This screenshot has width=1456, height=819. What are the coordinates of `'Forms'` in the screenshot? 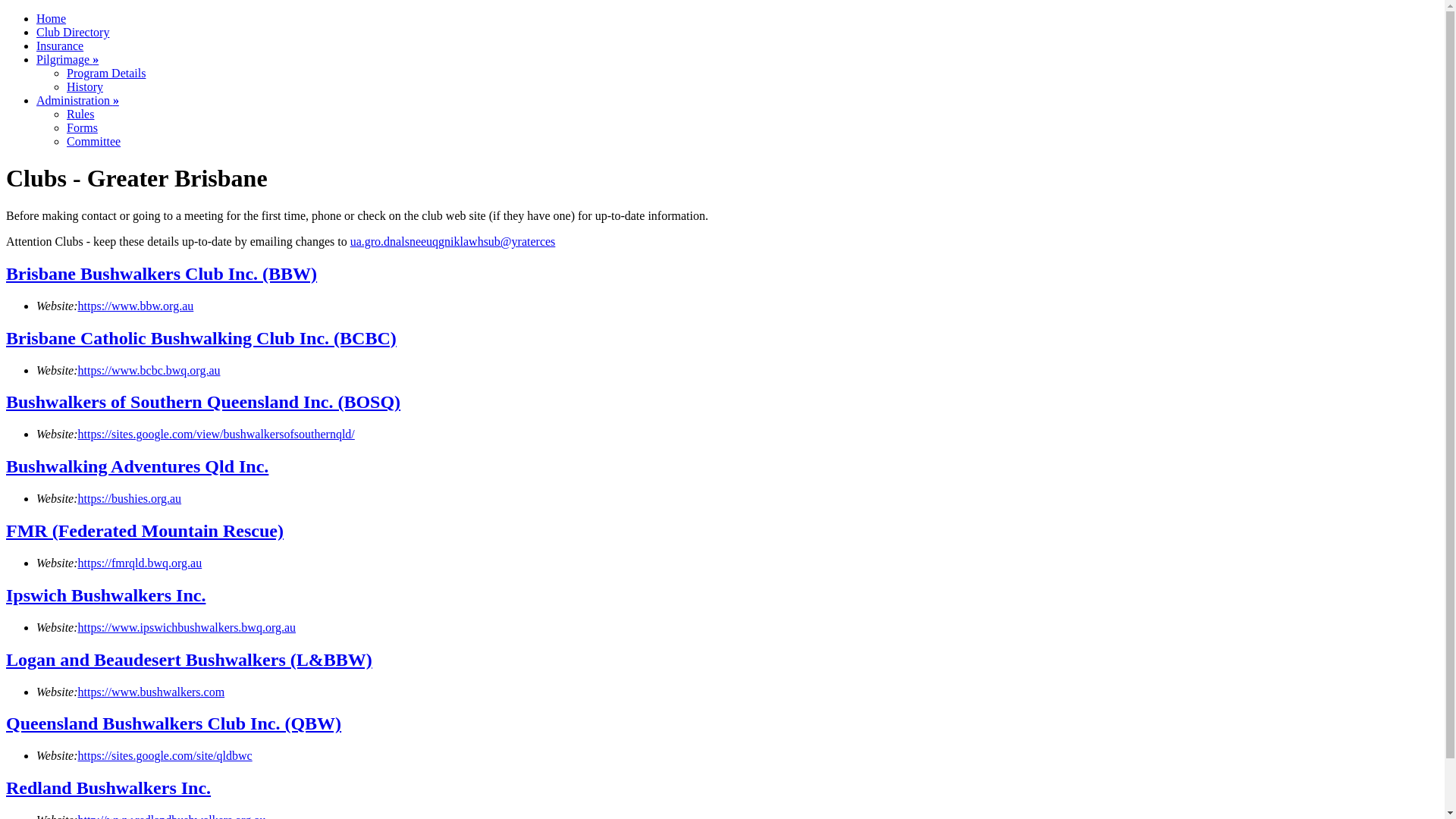 It's located at (81, 127).